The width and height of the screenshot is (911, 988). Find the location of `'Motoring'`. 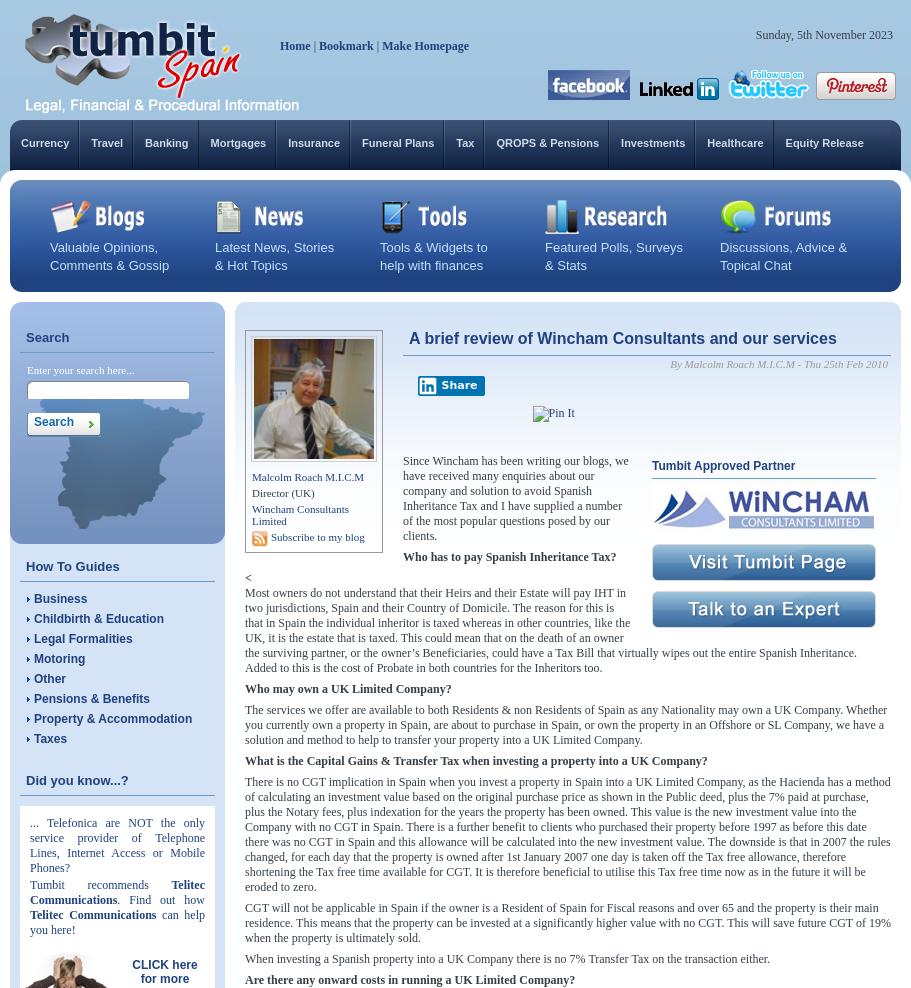

'Motoring' is located at coordinates (58, 657).